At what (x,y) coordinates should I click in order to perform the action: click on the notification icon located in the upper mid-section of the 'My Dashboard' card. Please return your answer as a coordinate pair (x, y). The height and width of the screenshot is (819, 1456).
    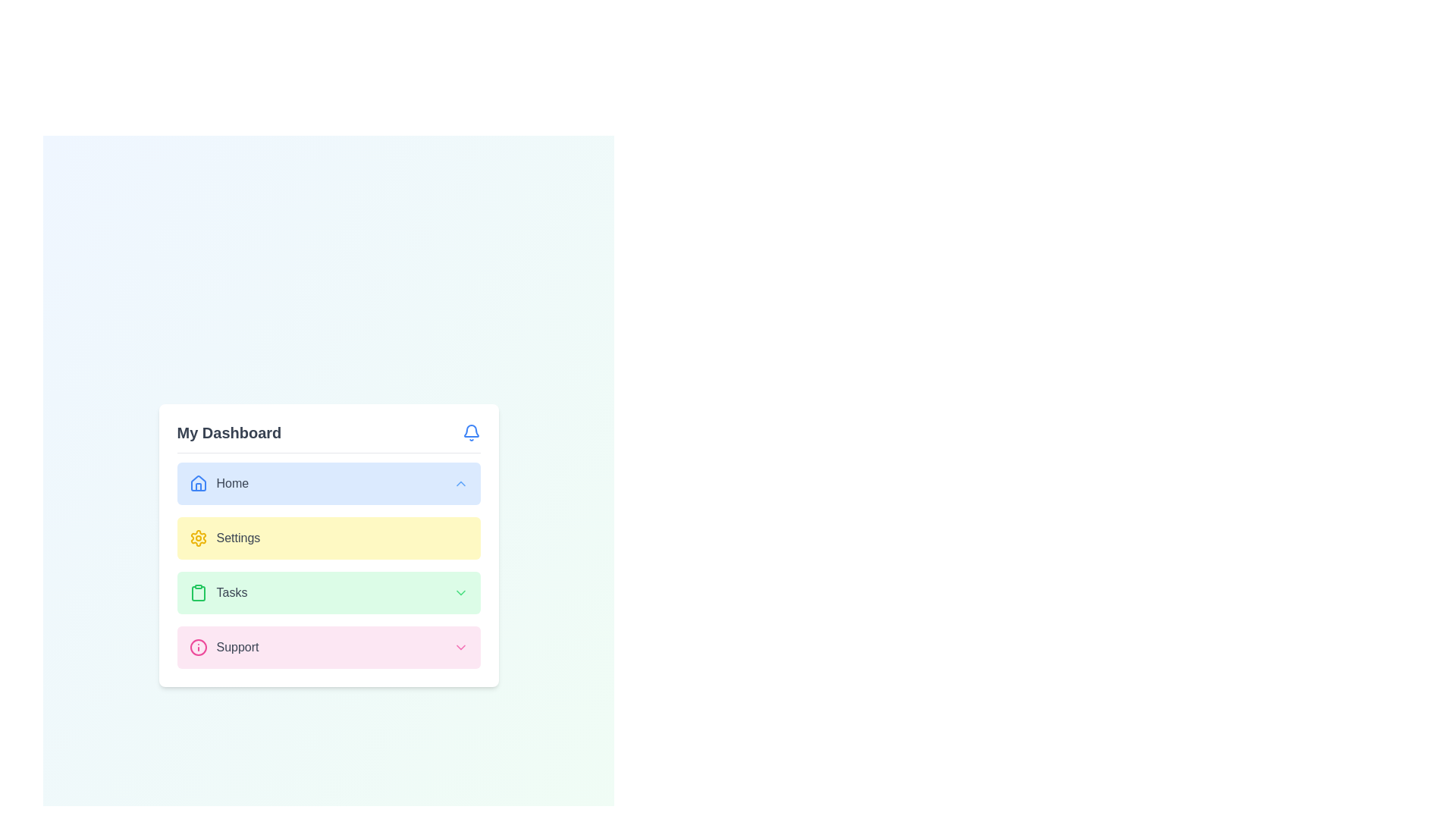
    Looking at the image, I should click on (470, 430).